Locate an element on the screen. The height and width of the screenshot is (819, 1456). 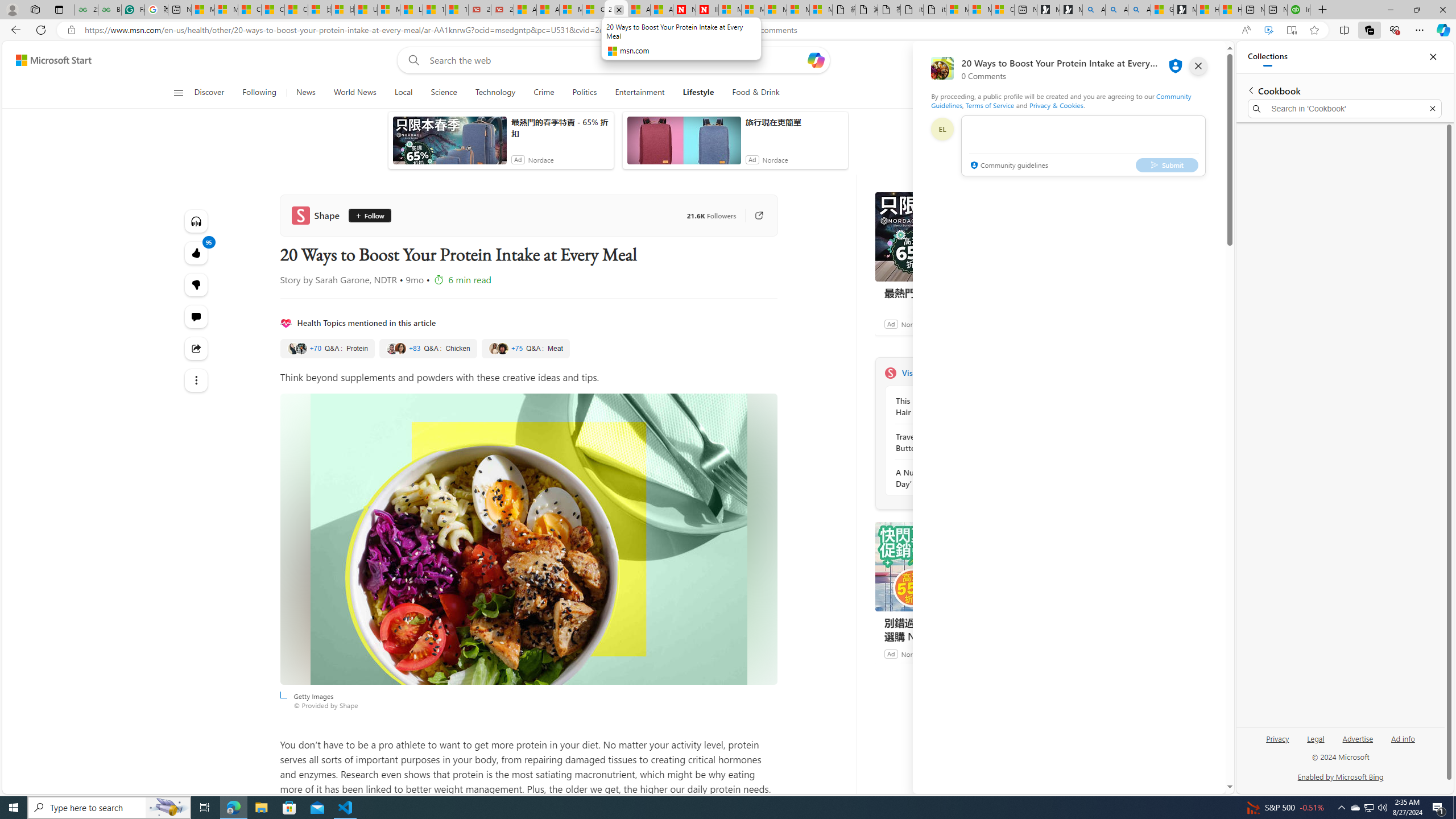
'Science' is located at coordinates (442, 92).